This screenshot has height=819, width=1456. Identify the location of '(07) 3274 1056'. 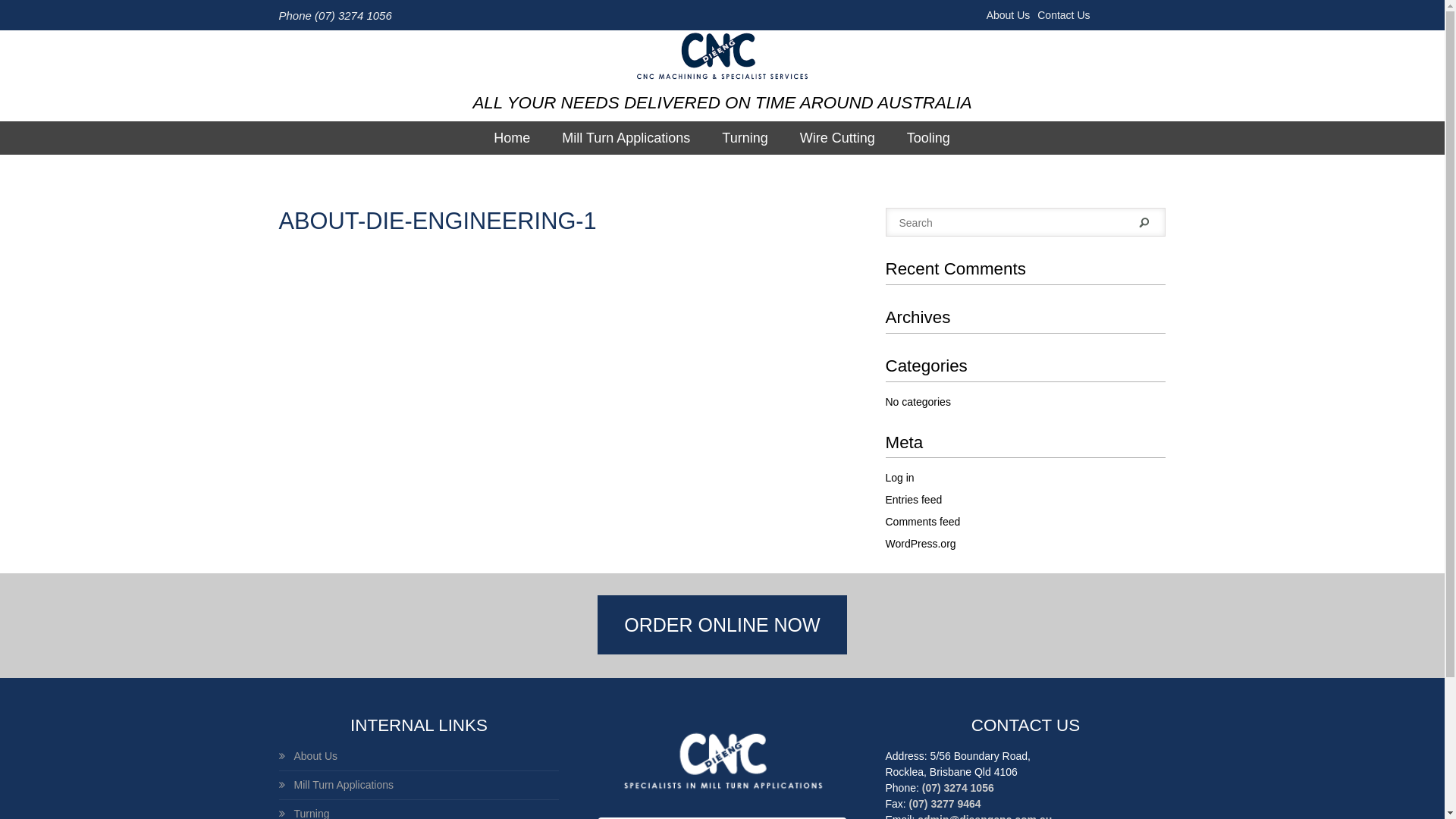
(957, 786).